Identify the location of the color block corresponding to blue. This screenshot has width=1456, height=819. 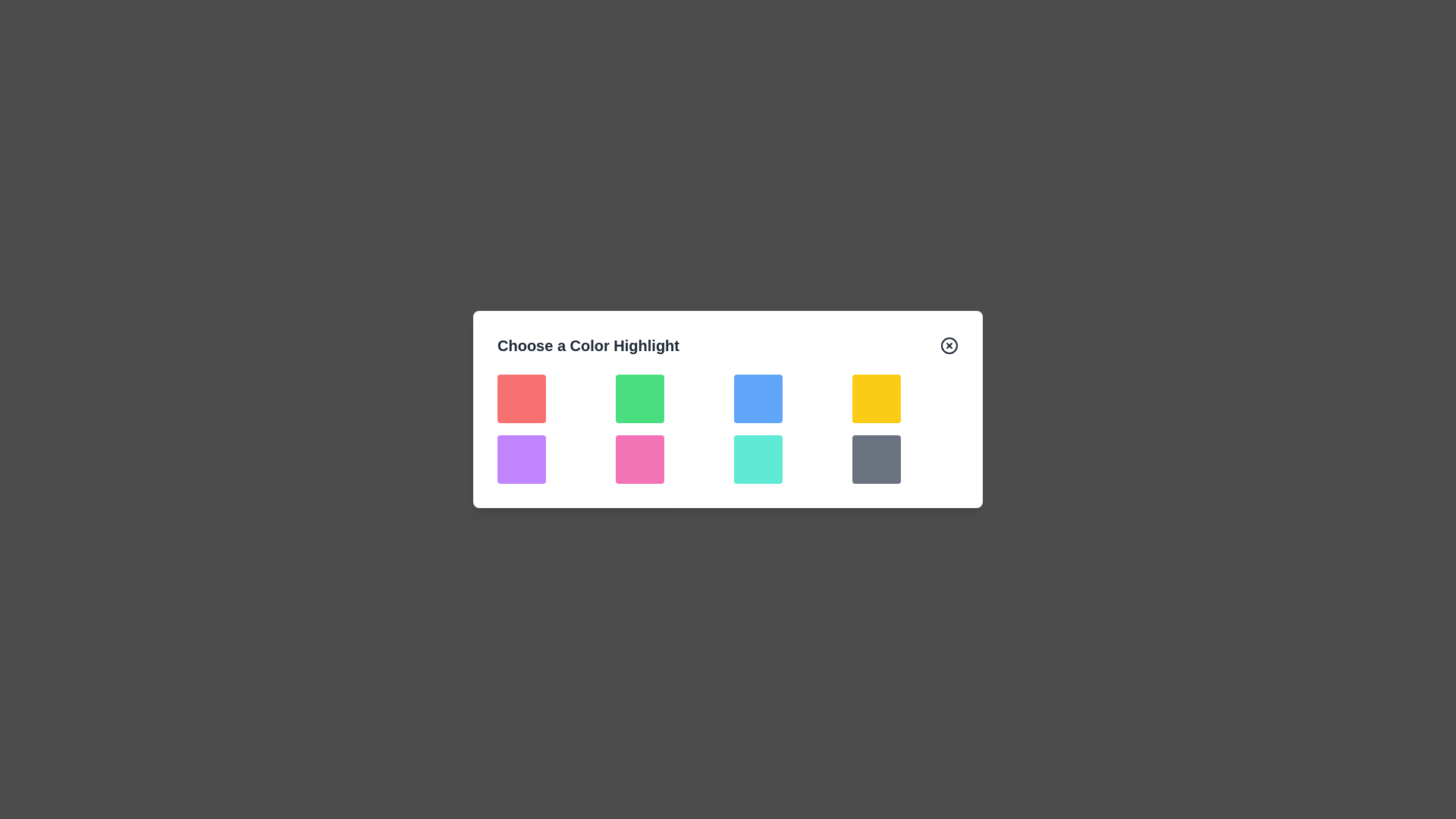
(758, 397).